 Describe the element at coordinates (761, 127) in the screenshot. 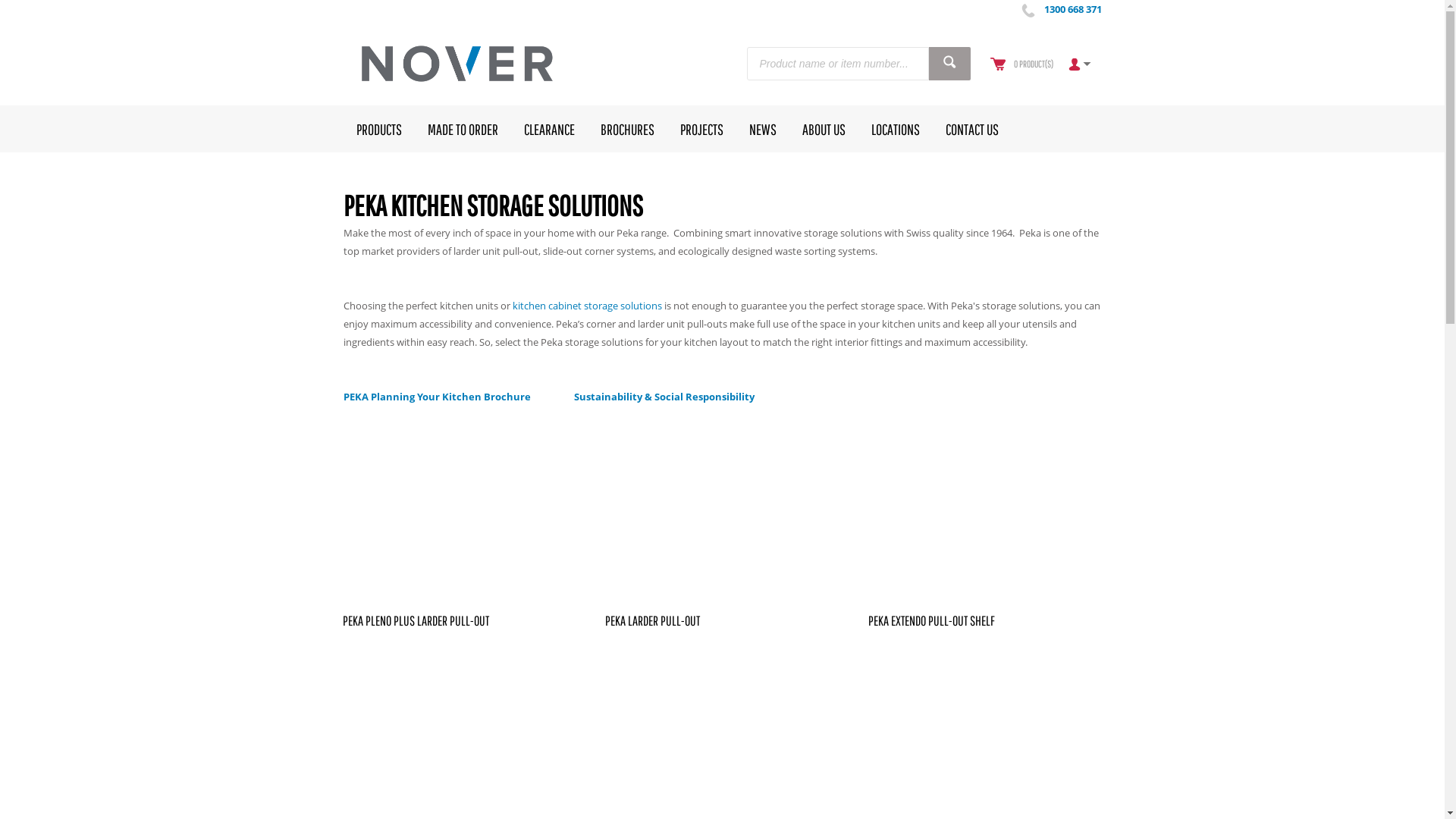

I see `'NEWS'` at that location.